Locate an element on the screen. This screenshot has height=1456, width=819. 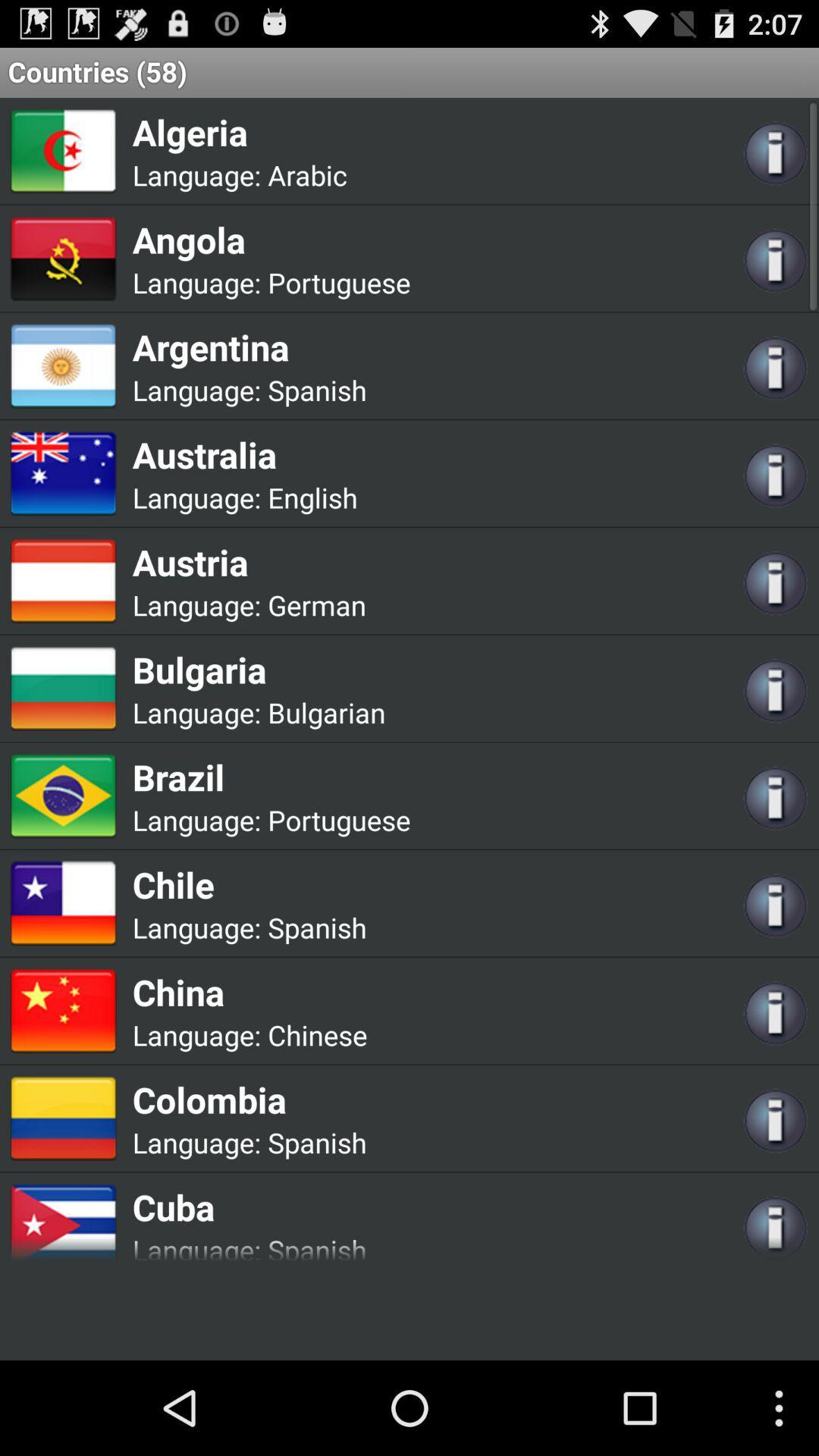
app below the language: is located at coordinates (271, 239).